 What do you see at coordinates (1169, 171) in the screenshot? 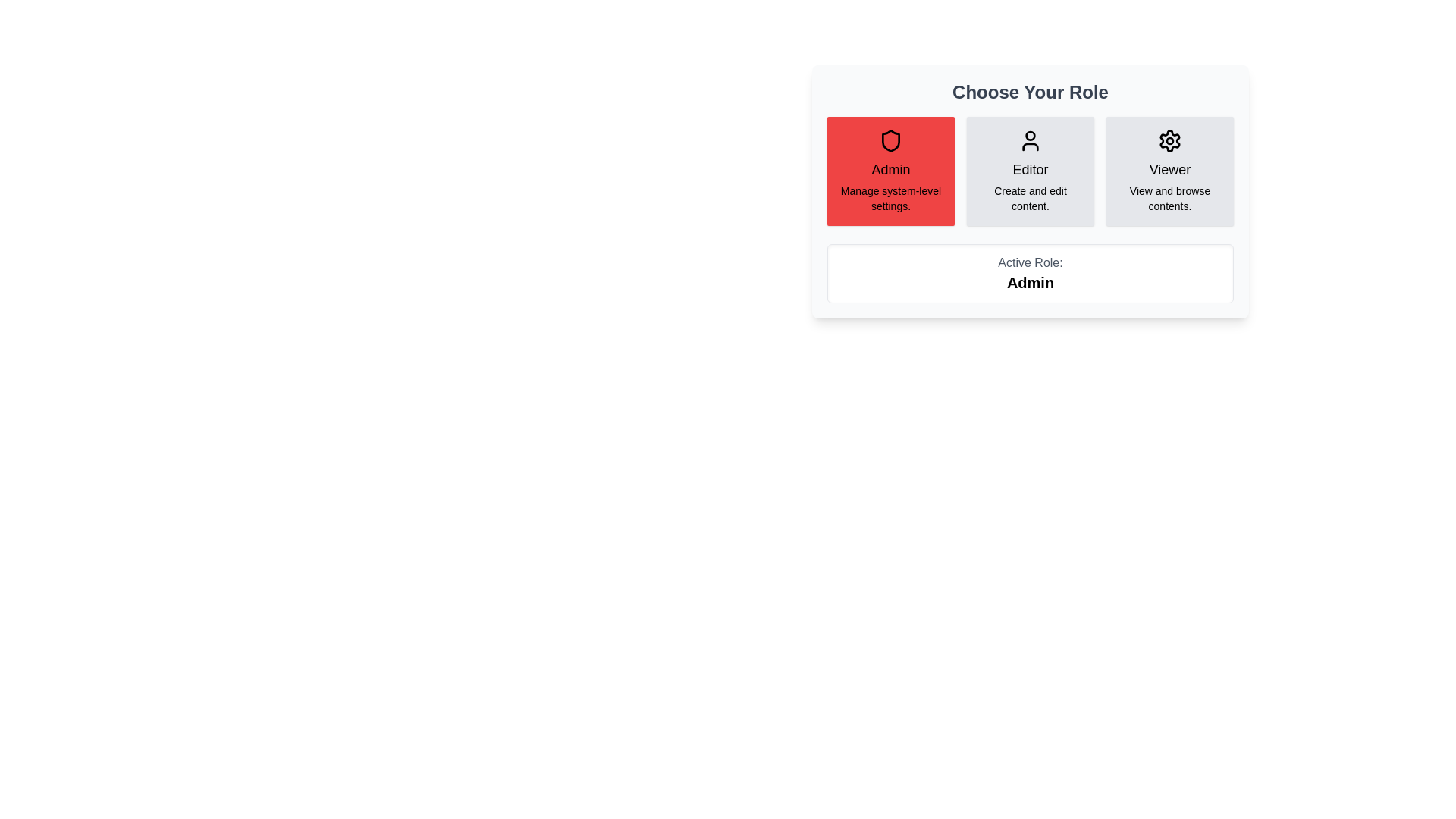
I see `the Viewer button to view its details` at bounding box center [1169, 171].